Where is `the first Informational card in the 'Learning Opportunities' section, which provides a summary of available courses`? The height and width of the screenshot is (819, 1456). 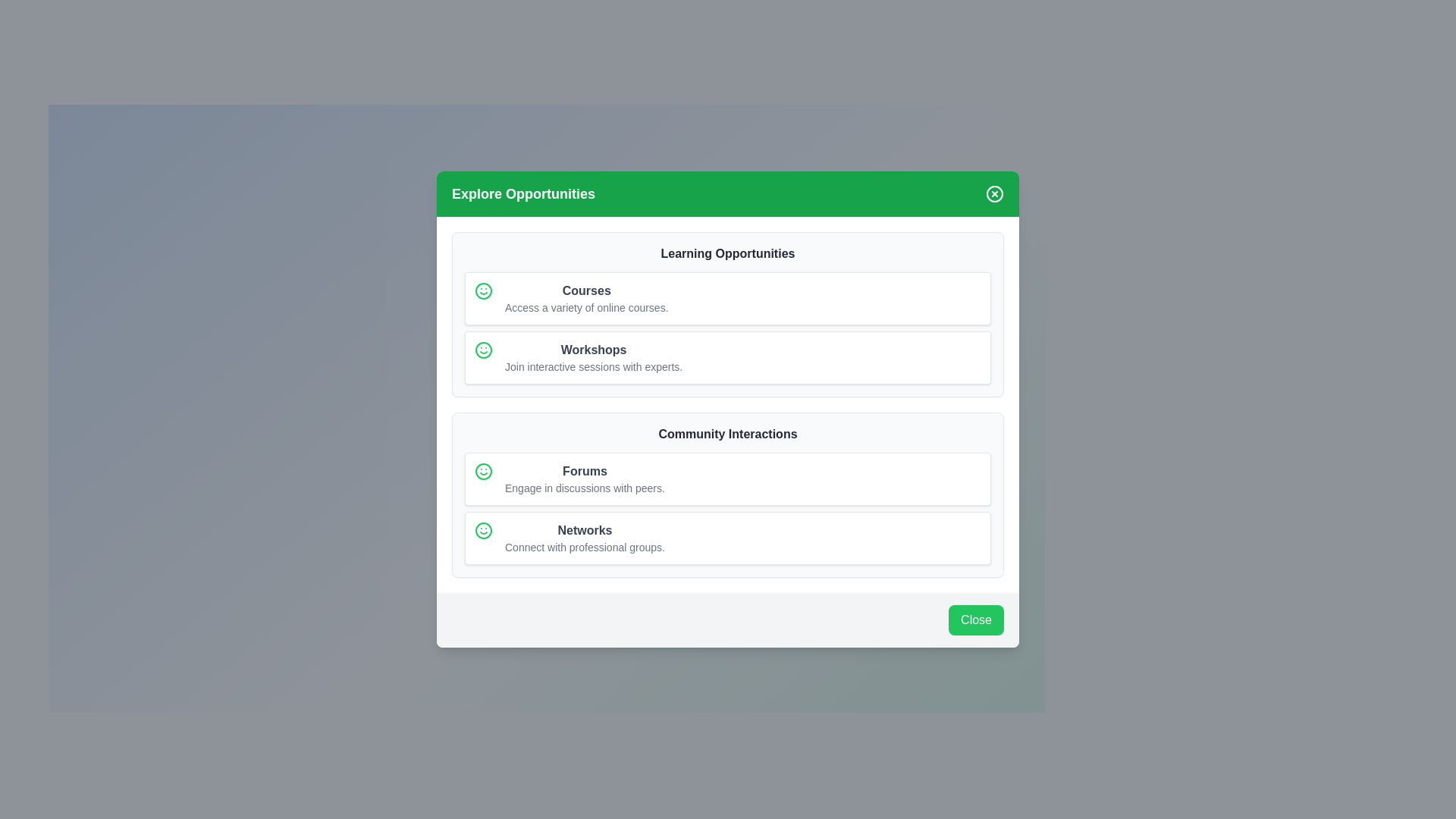
the first Informational card in the 'Learning Opportunities' section, which provides a summary of available courses is located at coordinates (728, 298).